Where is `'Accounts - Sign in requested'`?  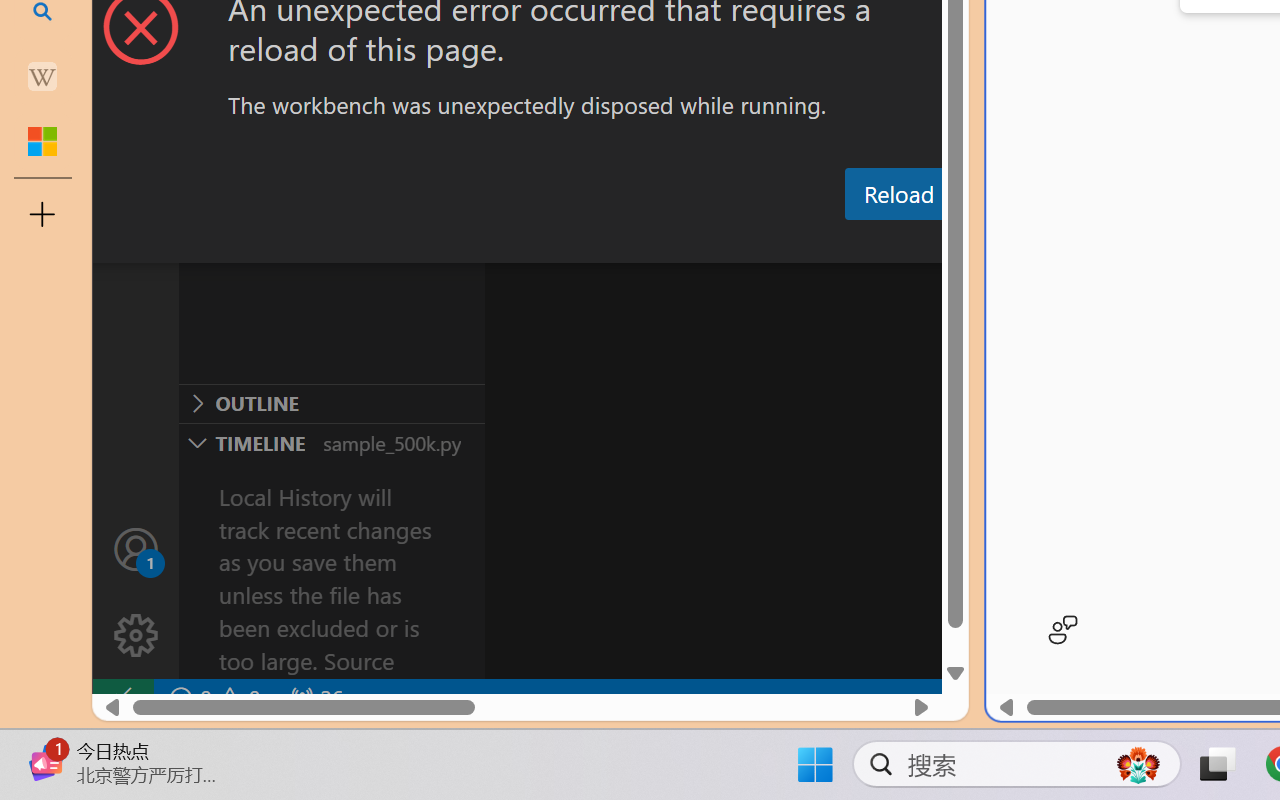 'Accounts - Sign in requested' is located at coordinates (134, 548).